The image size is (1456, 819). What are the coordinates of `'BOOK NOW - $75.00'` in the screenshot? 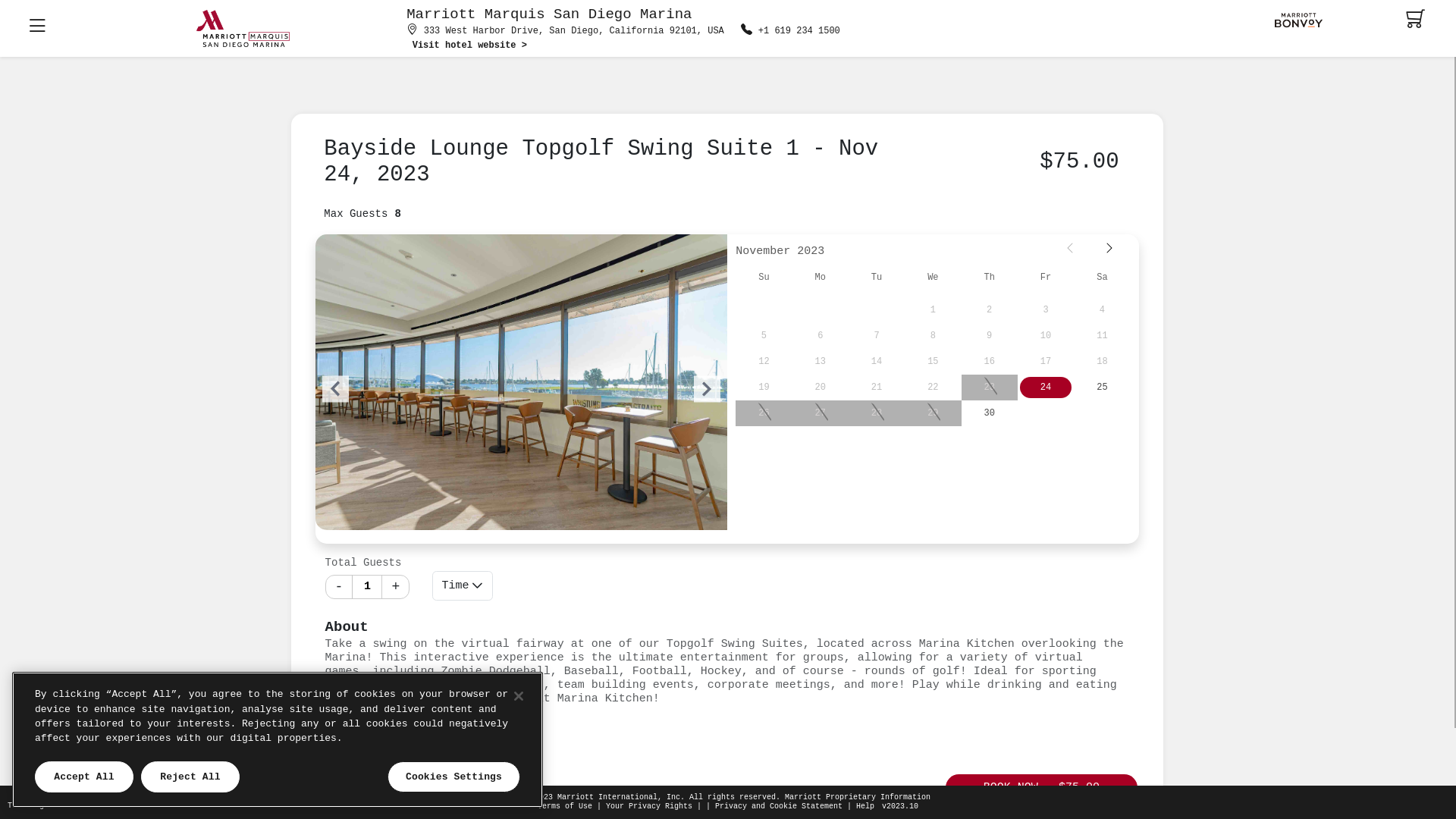 It's located at (1040, 786).